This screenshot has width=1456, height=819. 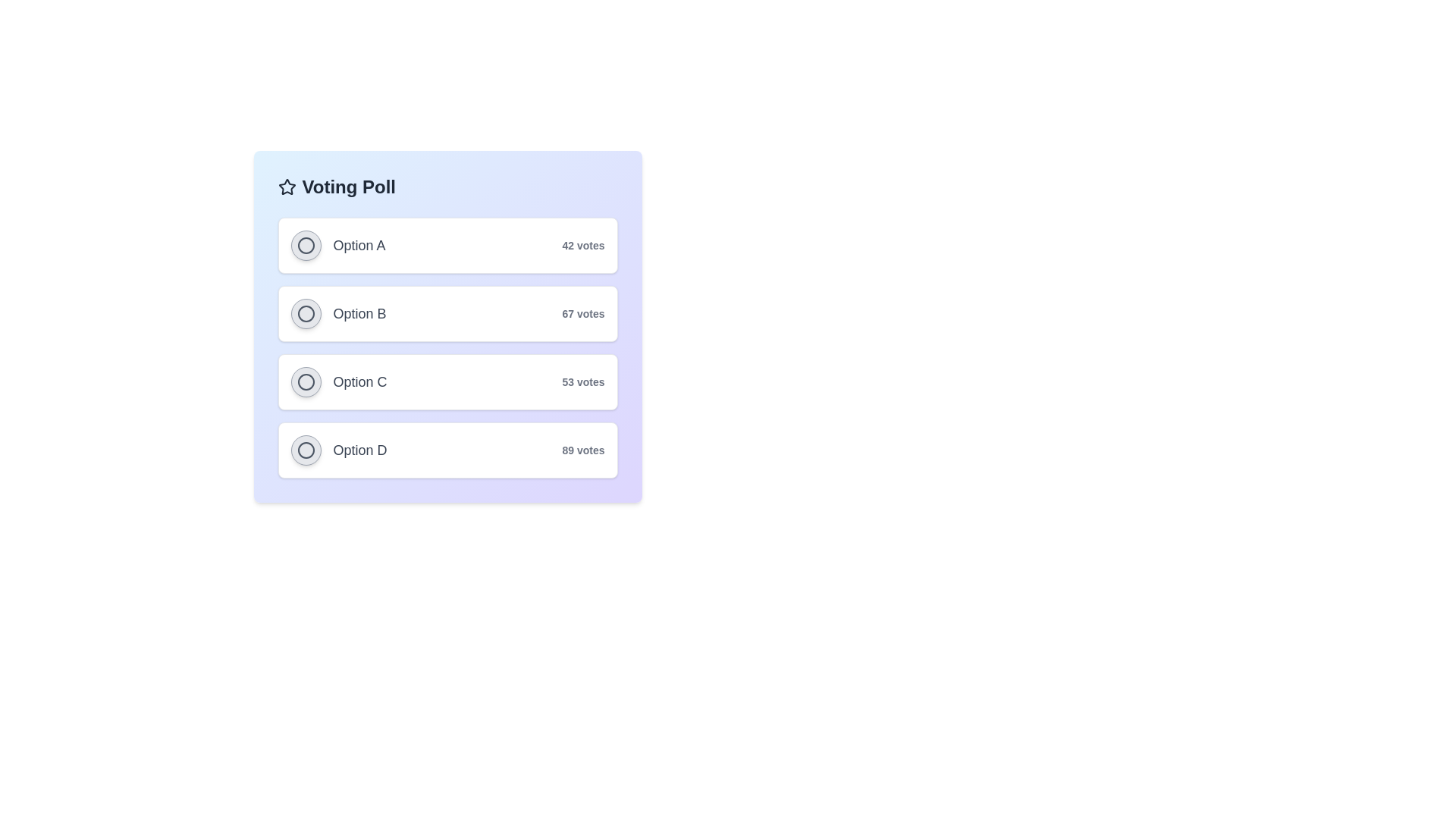 I want to click on the circular radio button styled with a gray outline next to the text 'Option B', so click(x=305, y=312).